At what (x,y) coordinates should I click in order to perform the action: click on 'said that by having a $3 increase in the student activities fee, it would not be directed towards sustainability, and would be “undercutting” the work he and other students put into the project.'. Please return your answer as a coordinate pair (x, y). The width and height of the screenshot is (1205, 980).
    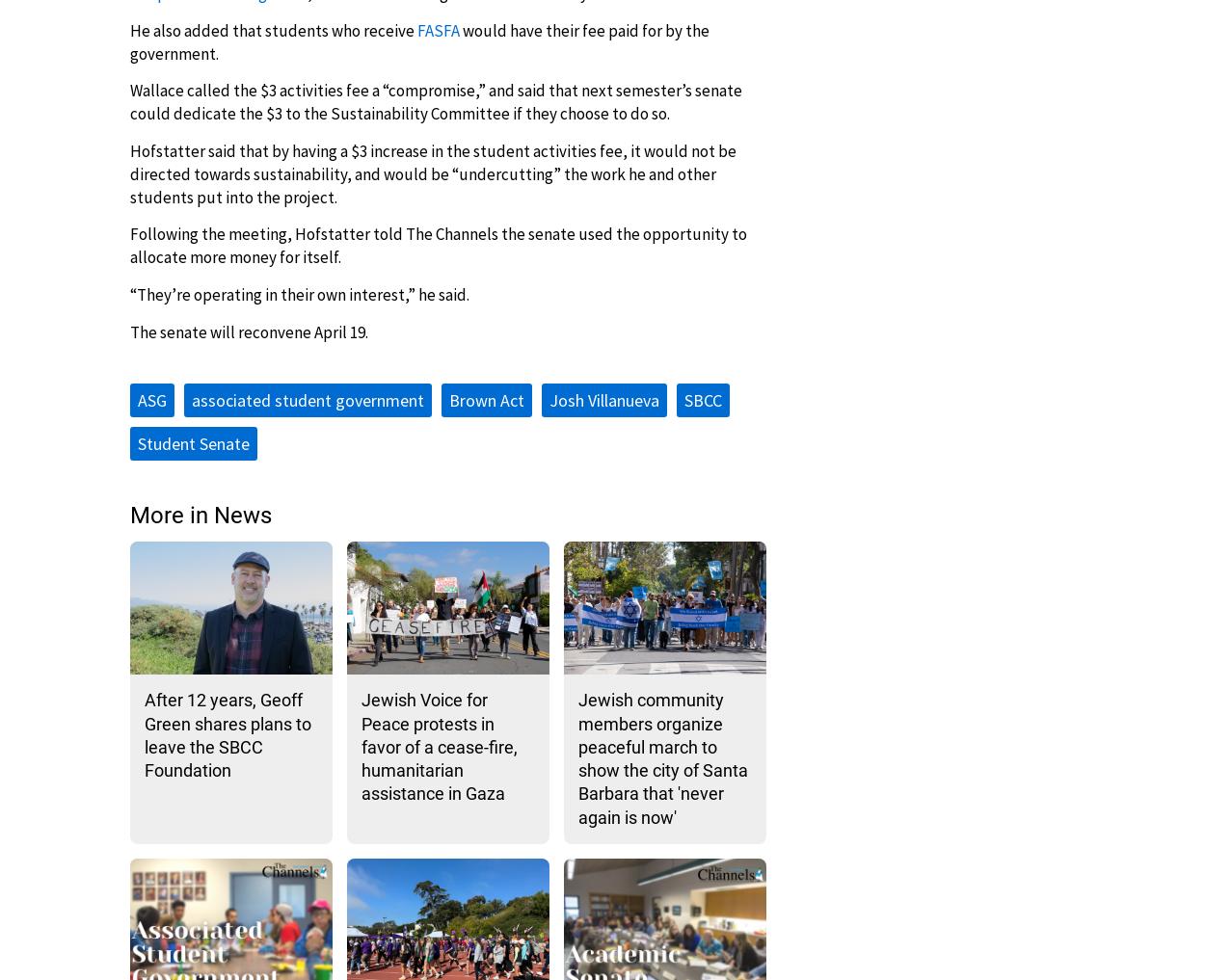
    Looking at the image, I should click on (432, 173).